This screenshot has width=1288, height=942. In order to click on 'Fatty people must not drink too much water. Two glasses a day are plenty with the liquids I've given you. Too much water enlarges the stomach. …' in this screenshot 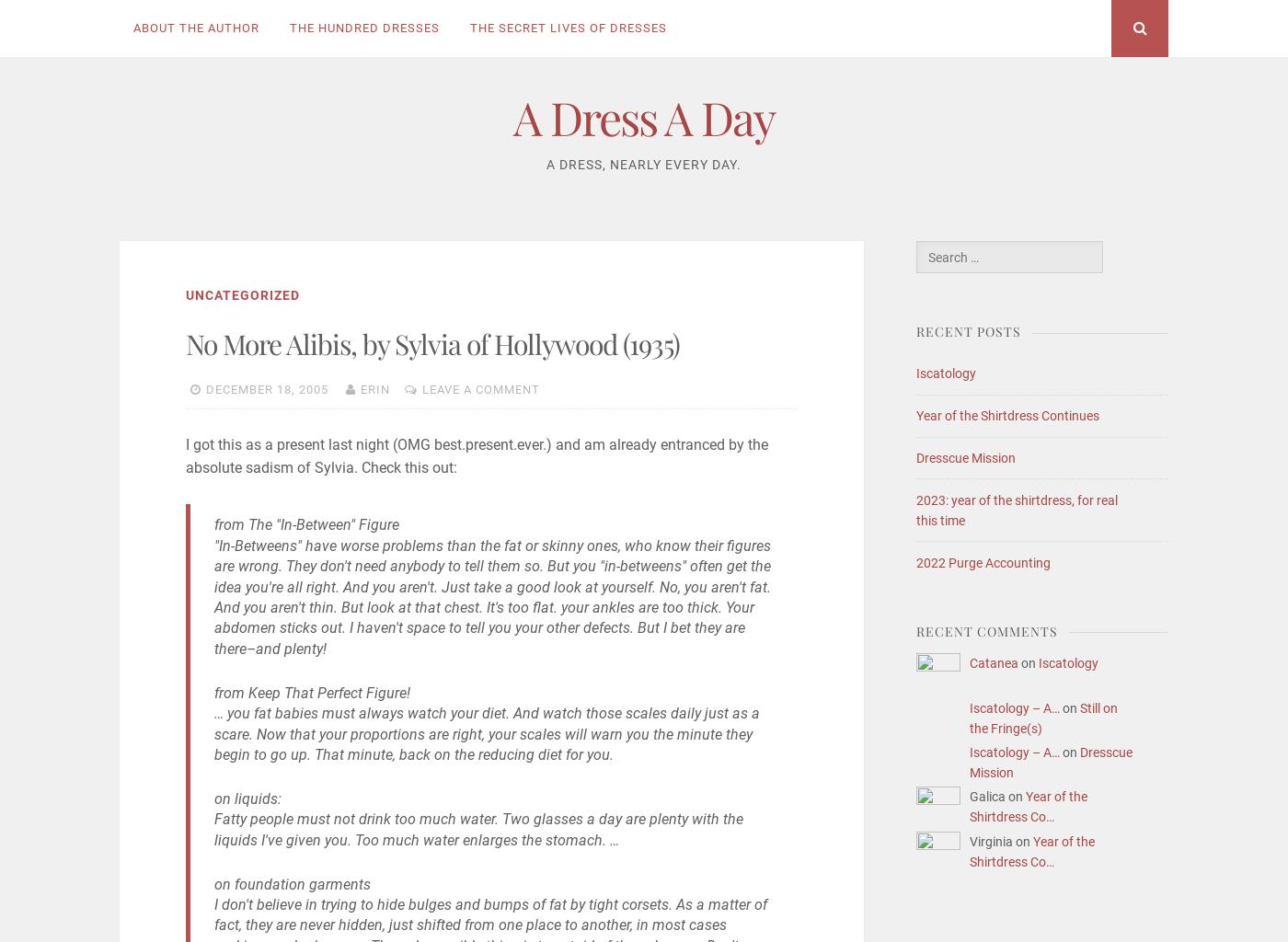, I will do `click(477, 828)`.